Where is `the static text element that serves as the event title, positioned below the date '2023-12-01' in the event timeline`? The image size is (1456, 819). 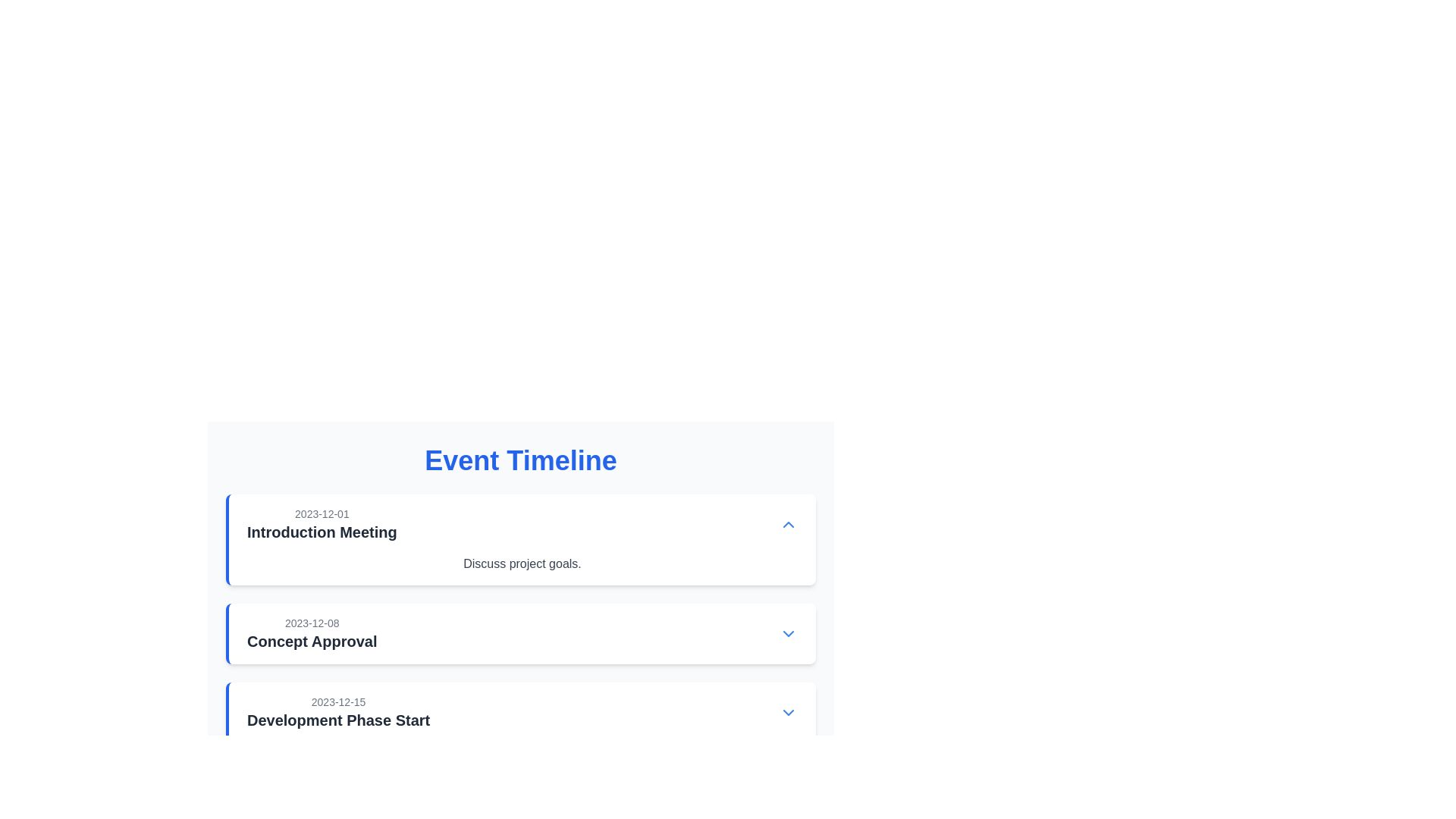
the static text element that serves as the event title, positioned below the date '2023-12-01' in the event timeline is located at coordinates (321, 532).